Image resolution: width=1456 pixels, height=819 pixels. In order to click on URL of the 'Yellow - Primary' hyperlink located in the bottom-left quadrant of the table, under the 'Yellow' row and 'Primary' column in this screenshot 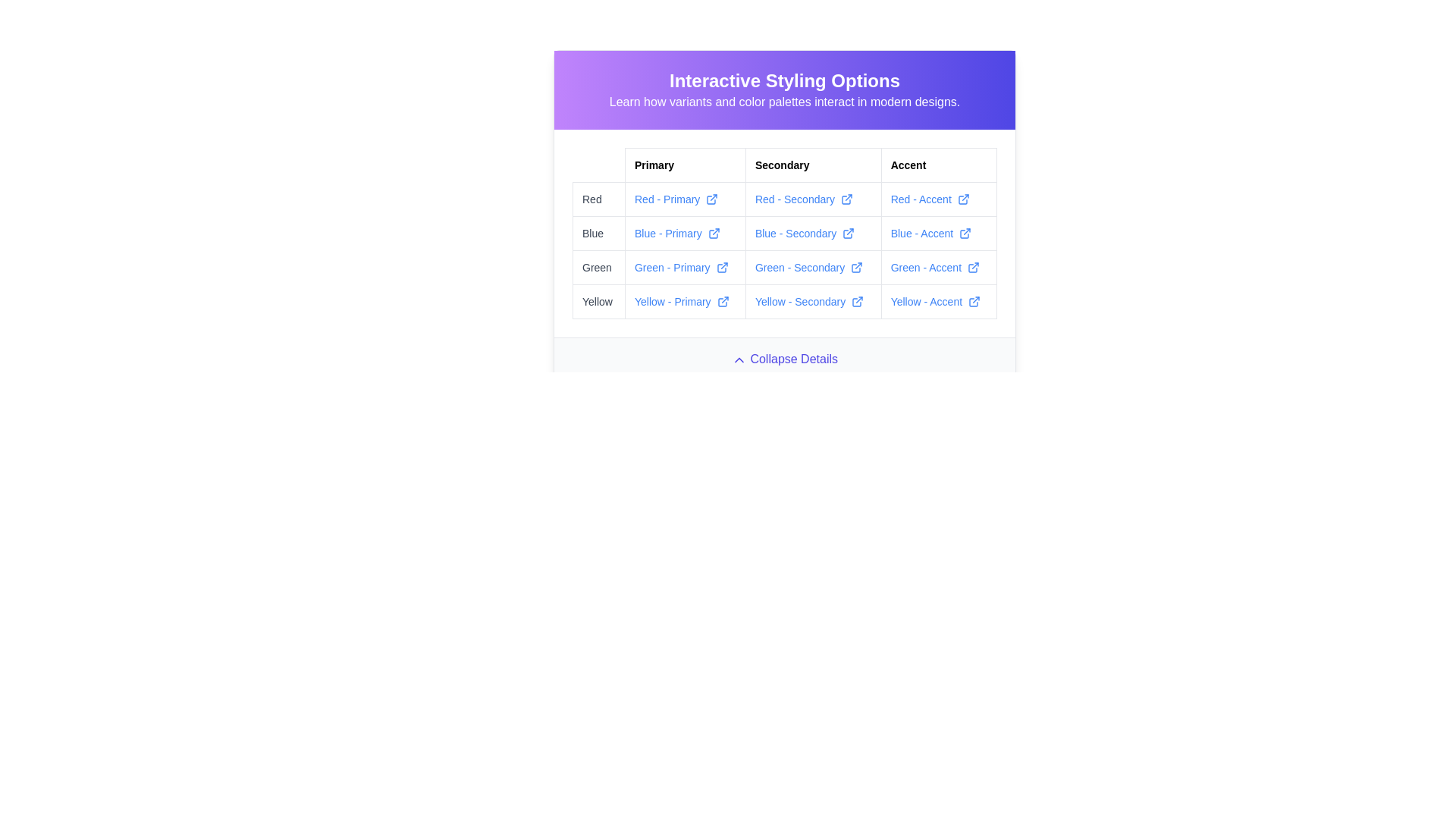, I will do `click(684, 301)`.